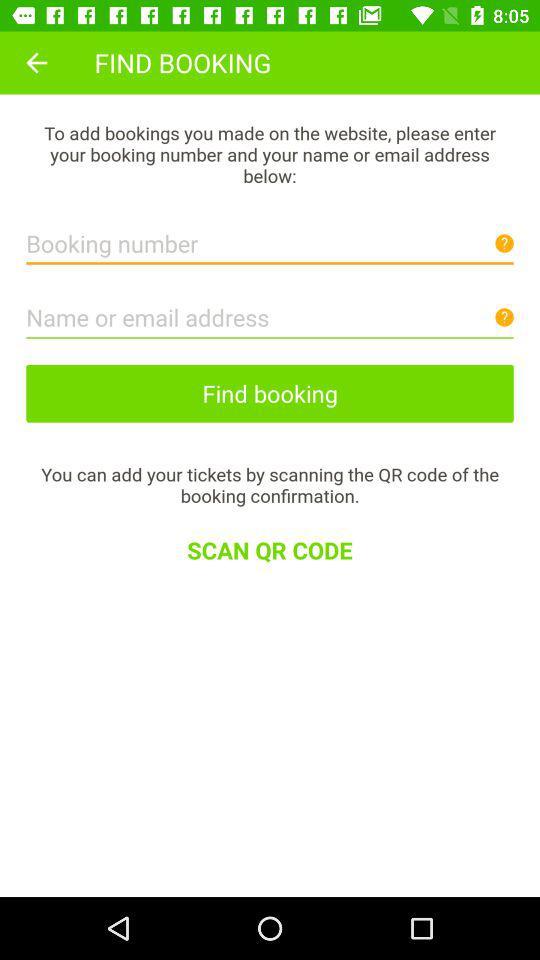 The image size is (540, 960). What do you see at coordinates (270, 238) in the screenshot?
I see `booking number here` at bounding box center [270, 238].